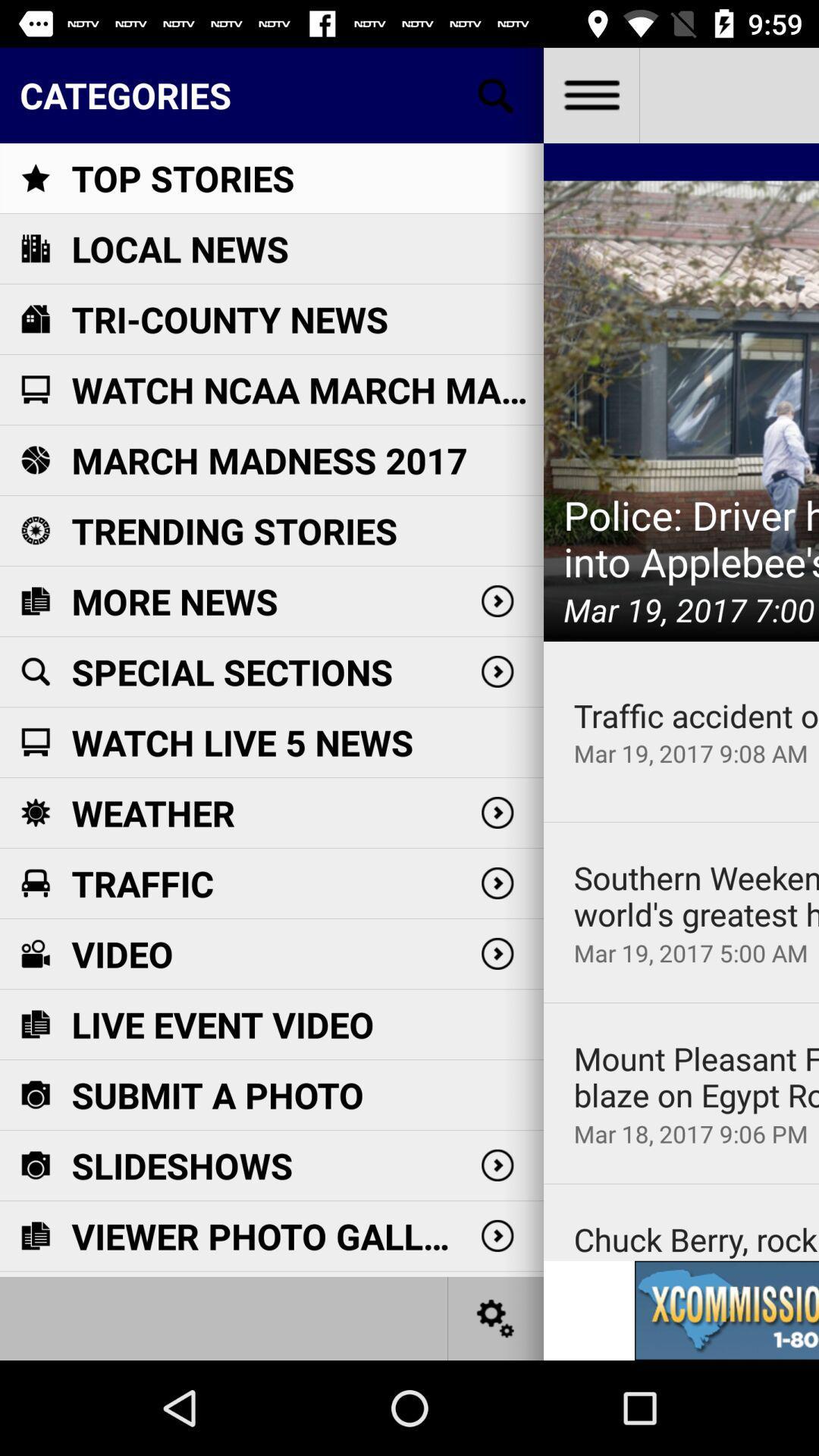 This screenshot has height=1456, width=819. What do you see at coordinates (34, 389) in the screenshot?
I see `the fourth icon under the categories` at bounding box center [34, 389].